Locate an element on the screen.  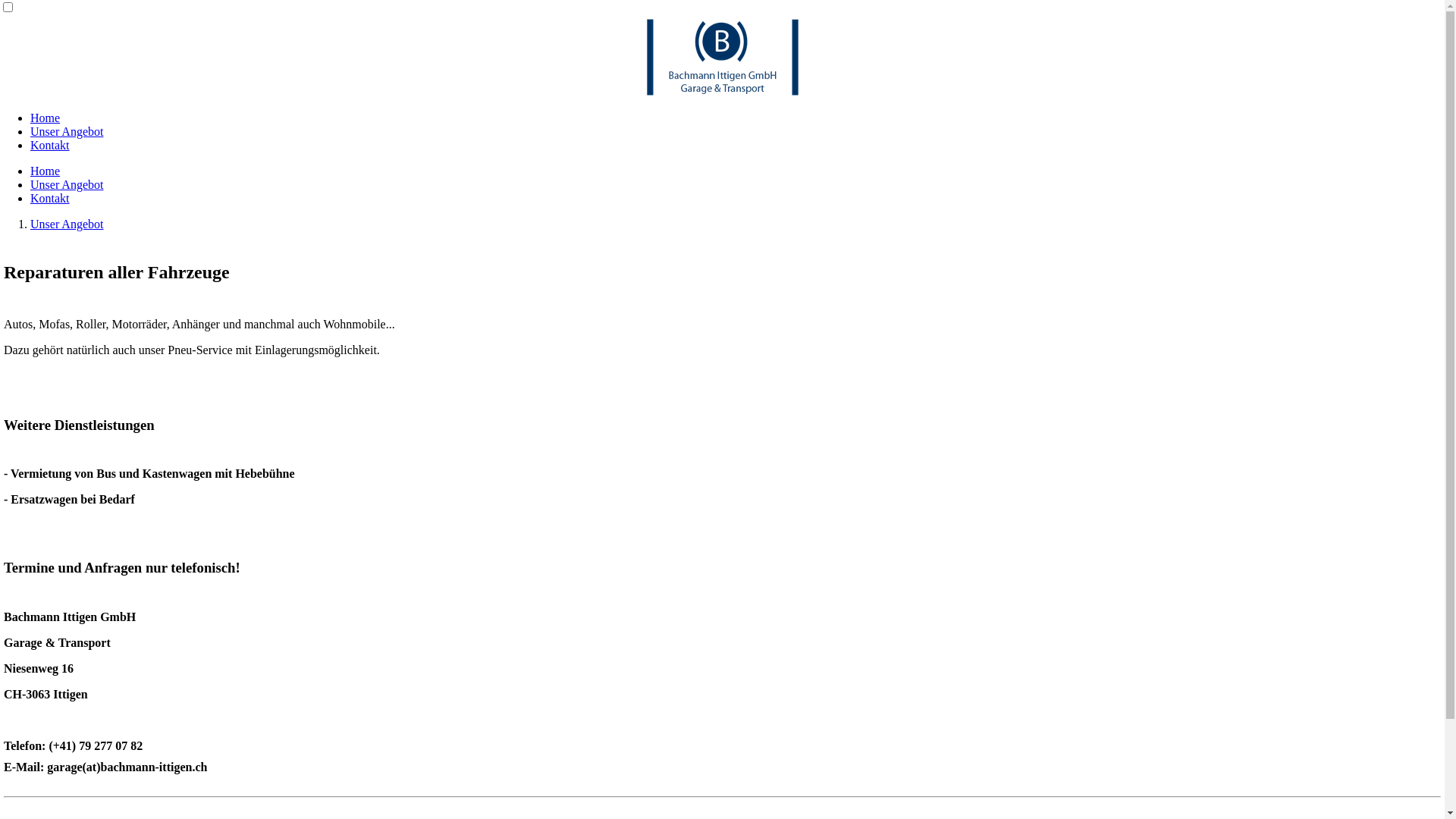
'Unser Angebot' is located at coordinates (65, 130).